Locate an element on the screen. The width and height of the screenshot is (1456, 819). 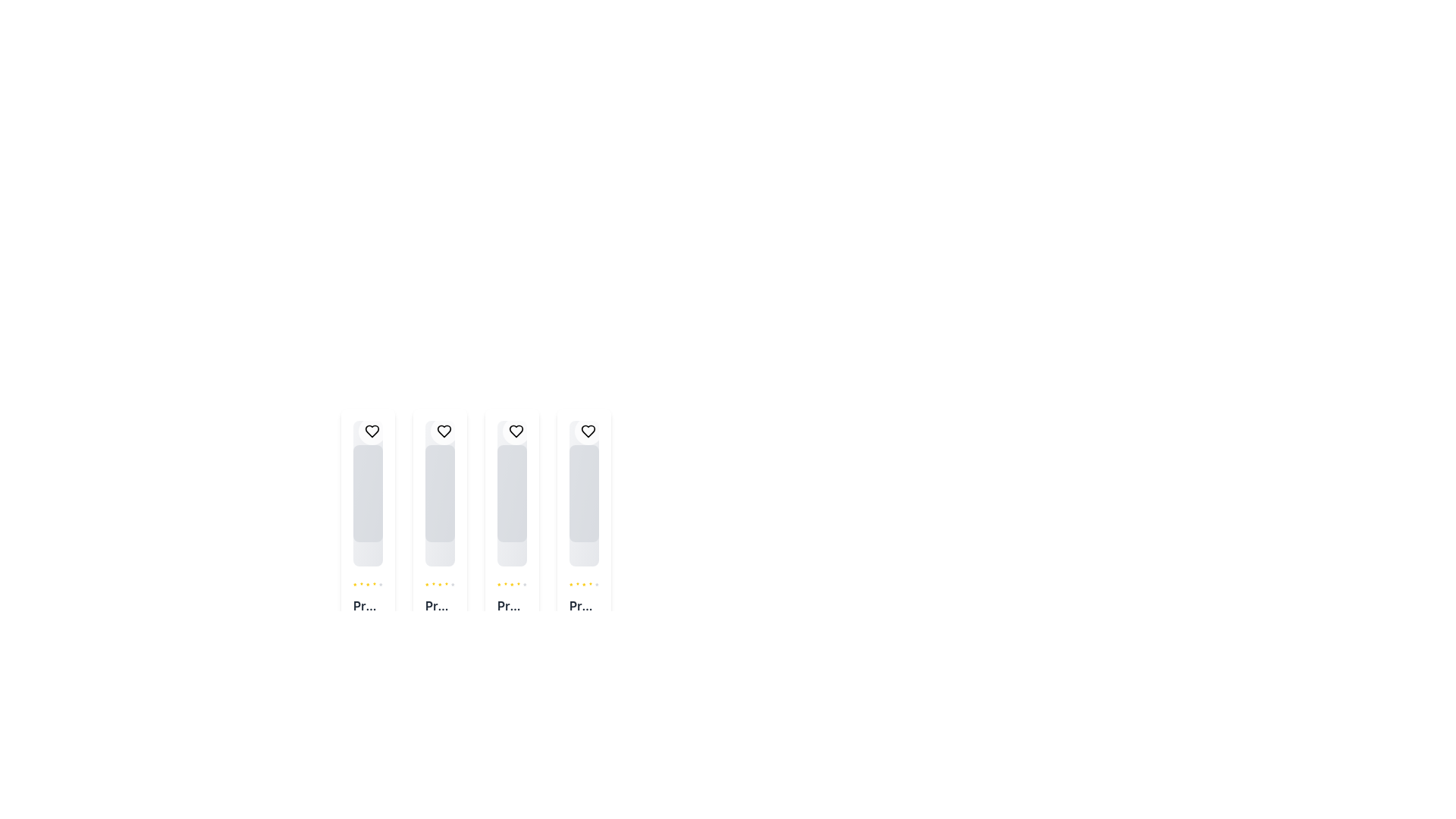
the vertically oriented rectangular placeholder with gradient shading, which is the second element in a horizontally arranged list and has a pulsating animation effect is located at coordinates (439, 494).